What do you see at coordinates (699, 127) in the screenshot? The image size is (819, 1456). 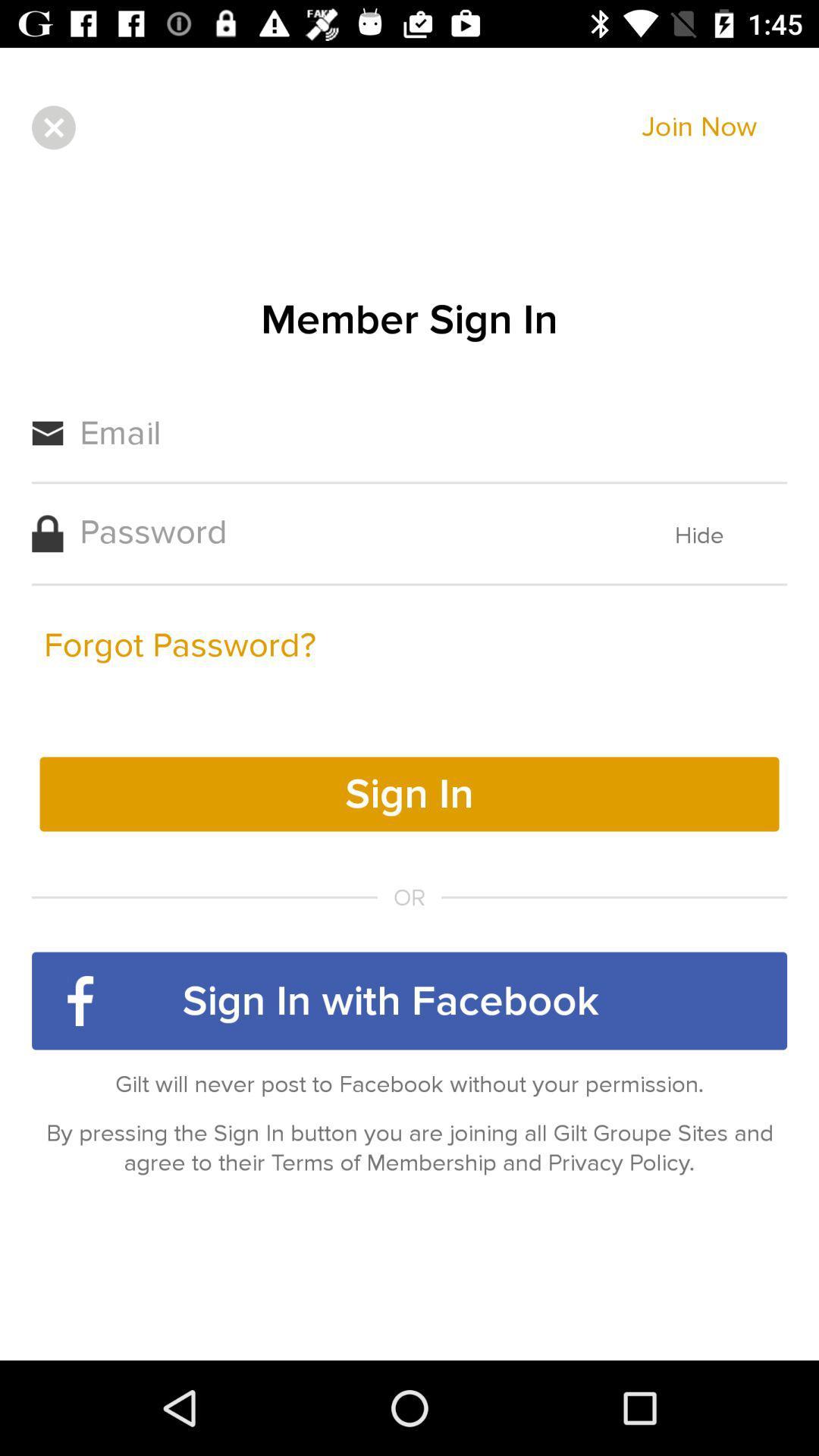 I see `join now` at bounding box center [699, 127].